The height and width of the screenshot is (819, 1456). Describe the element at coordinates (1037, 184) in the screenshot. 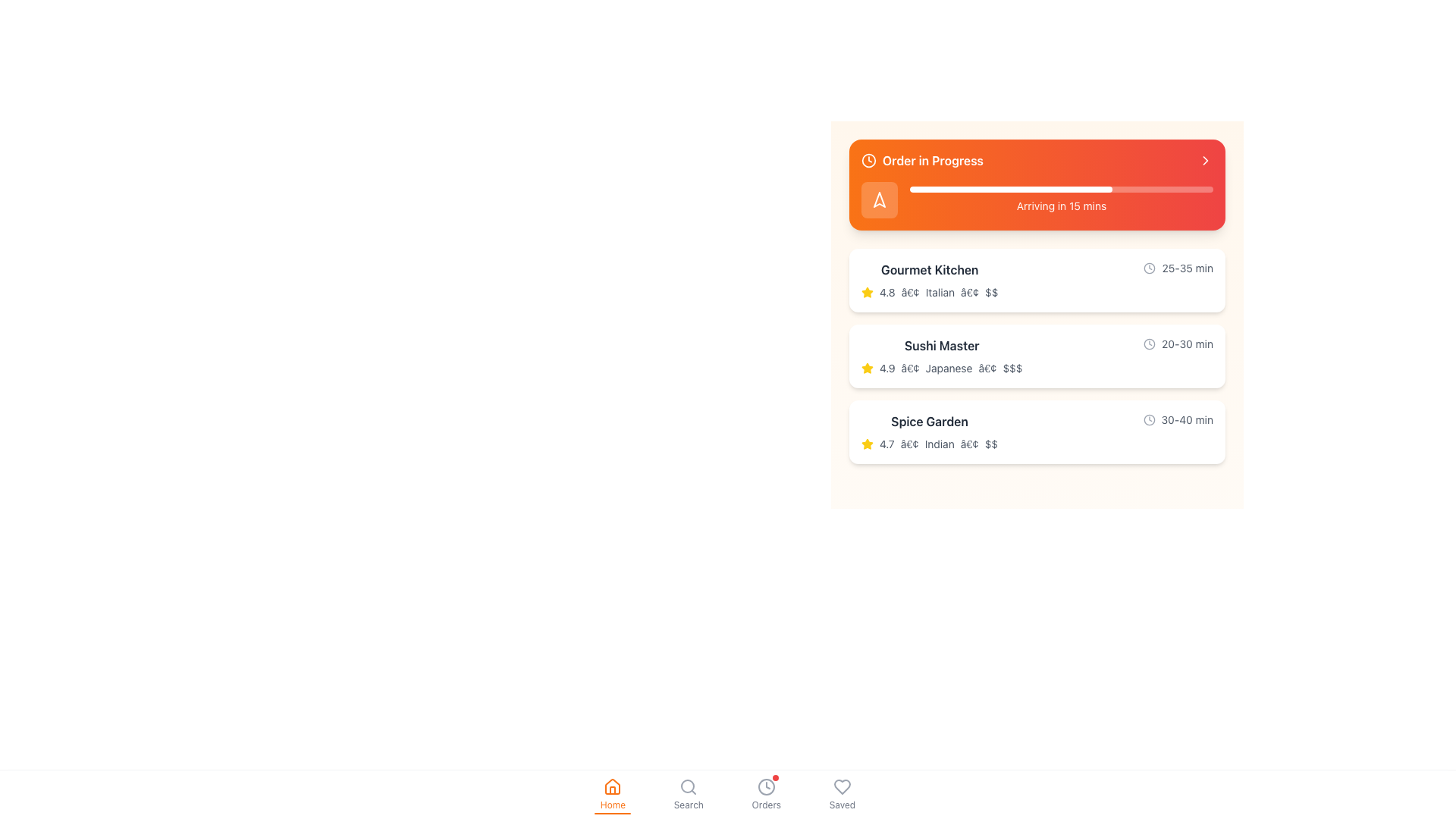

I see `the Informational card that displays 'Order in Progress' with a gradient background transitioning from orange to red, which is the first card in a vertical arrangement of restaurant details` at that location.